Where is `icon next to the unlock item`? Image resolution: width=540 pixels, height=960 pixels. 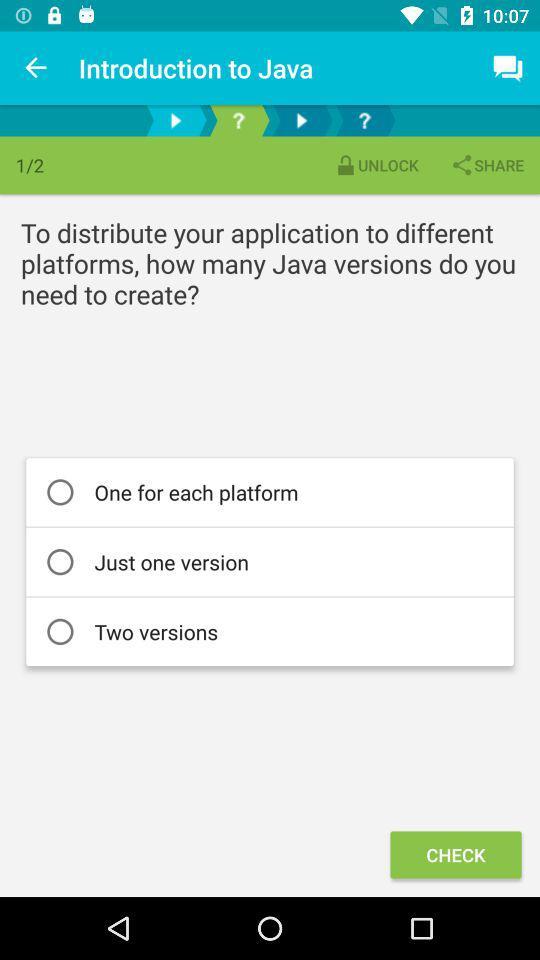
icon next to the unlock item is located at coordinates (486, 164).